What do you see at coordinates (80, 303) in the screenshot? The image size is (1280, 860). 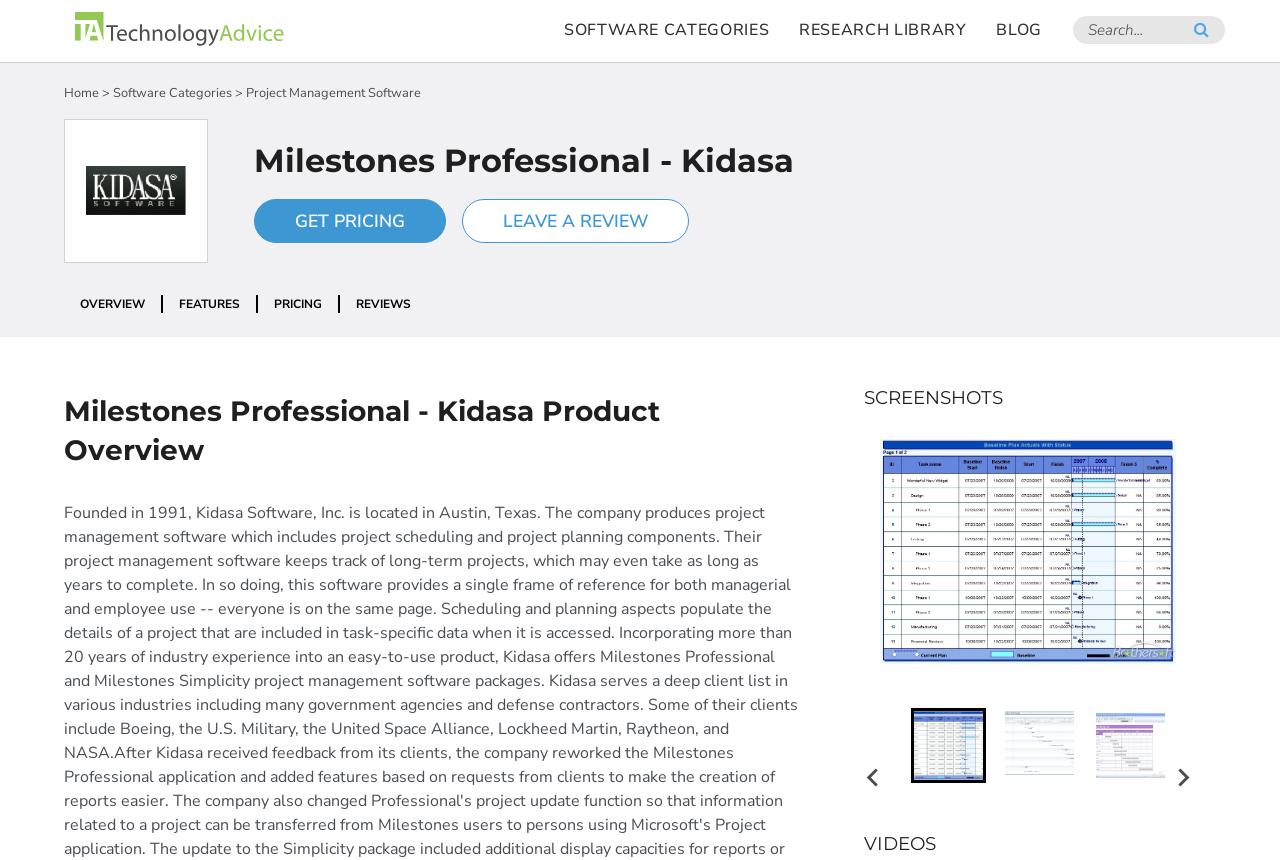 I see `'Overview'` at bounding box center [80, 303].